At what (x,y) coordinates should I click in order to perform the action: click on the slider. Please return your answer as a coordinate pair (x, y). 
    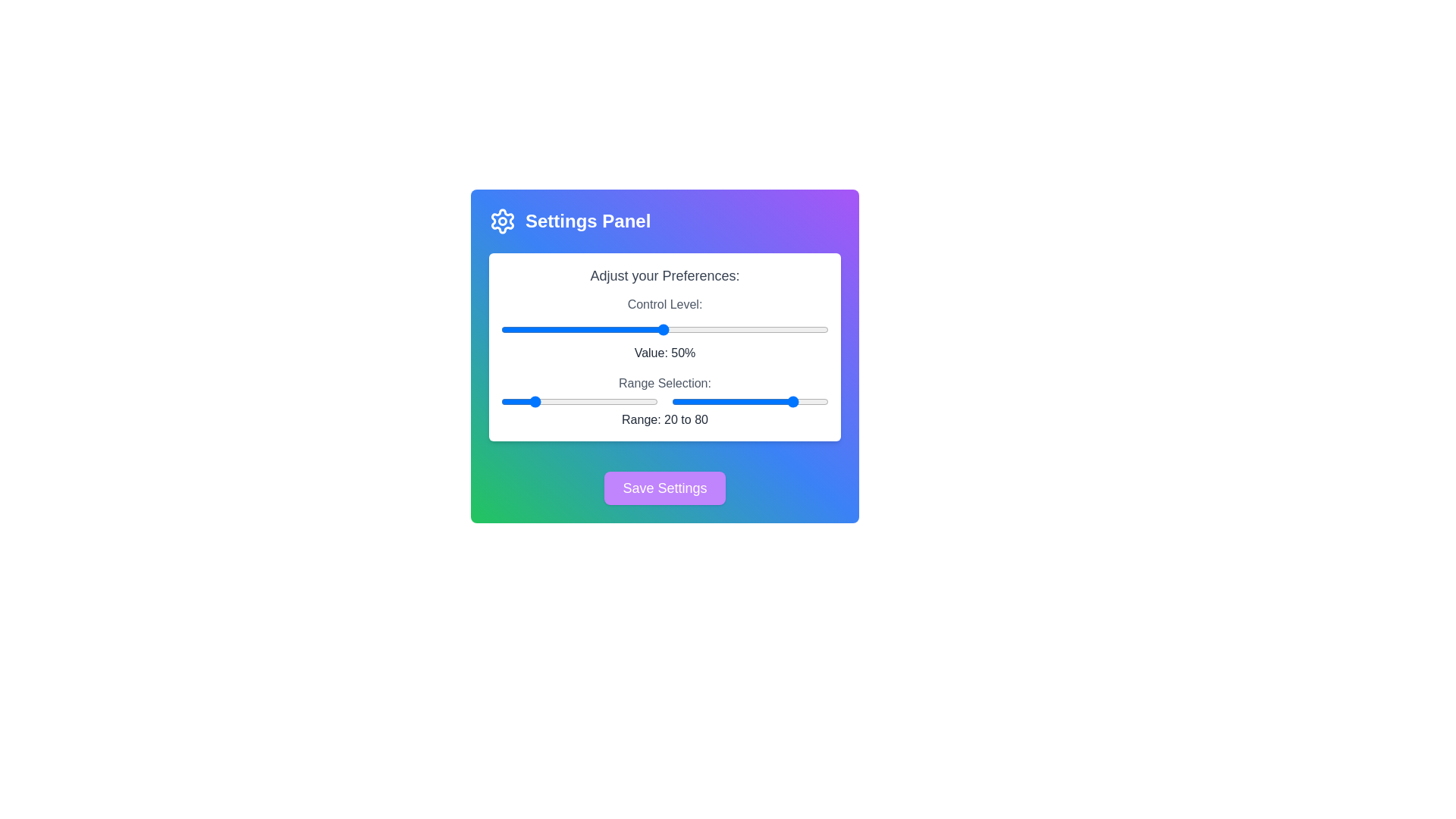
    Looking at the image, I should click on (629, 400).